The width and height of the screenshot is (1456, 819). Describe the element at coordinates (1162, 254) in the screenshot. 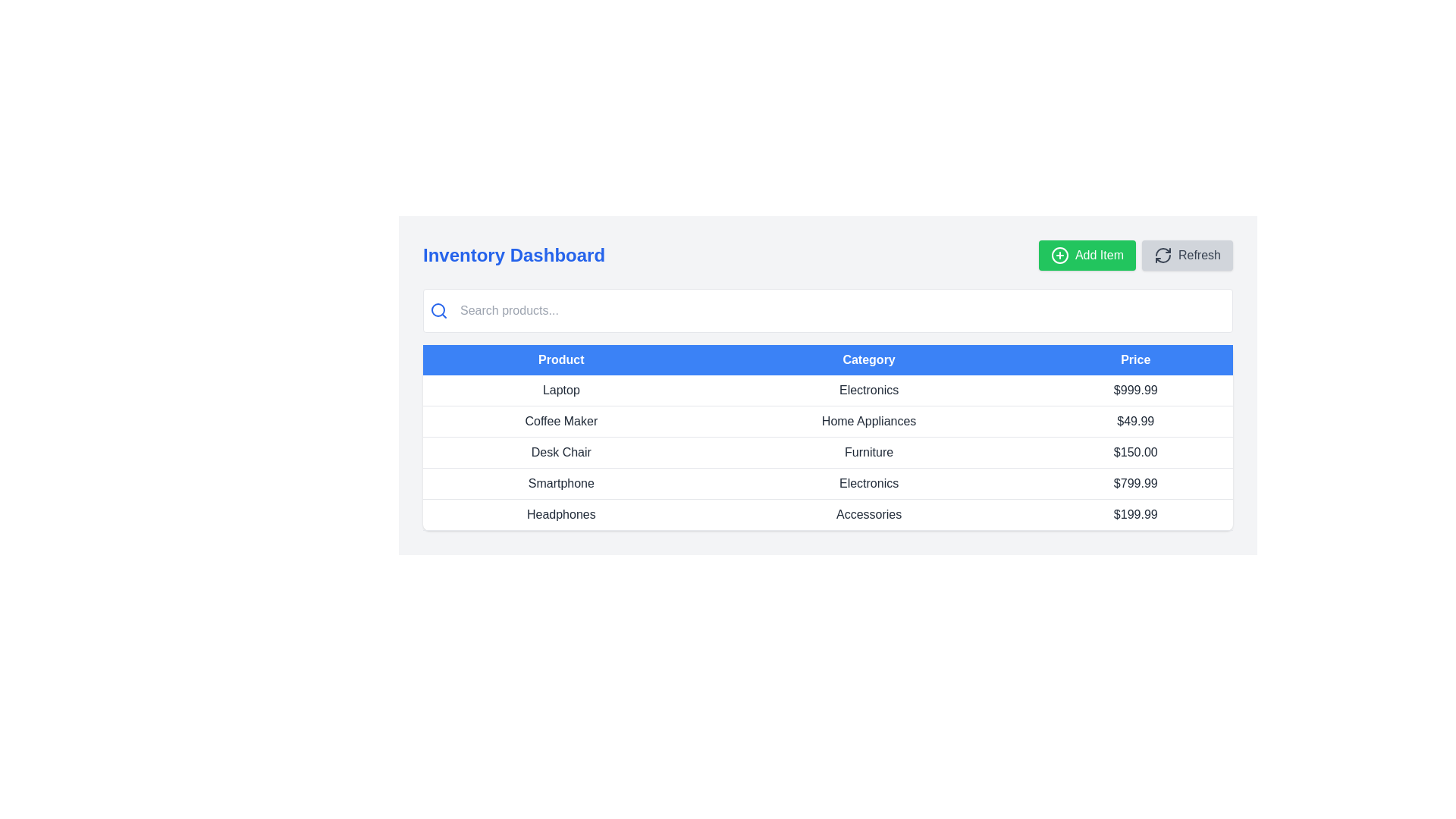

I see `the circular arrow icon representing a refresh action, located on the leftmost part of the 'Refresh' button at the top-right corner of the interface, to refresh the data or interface` at that location.